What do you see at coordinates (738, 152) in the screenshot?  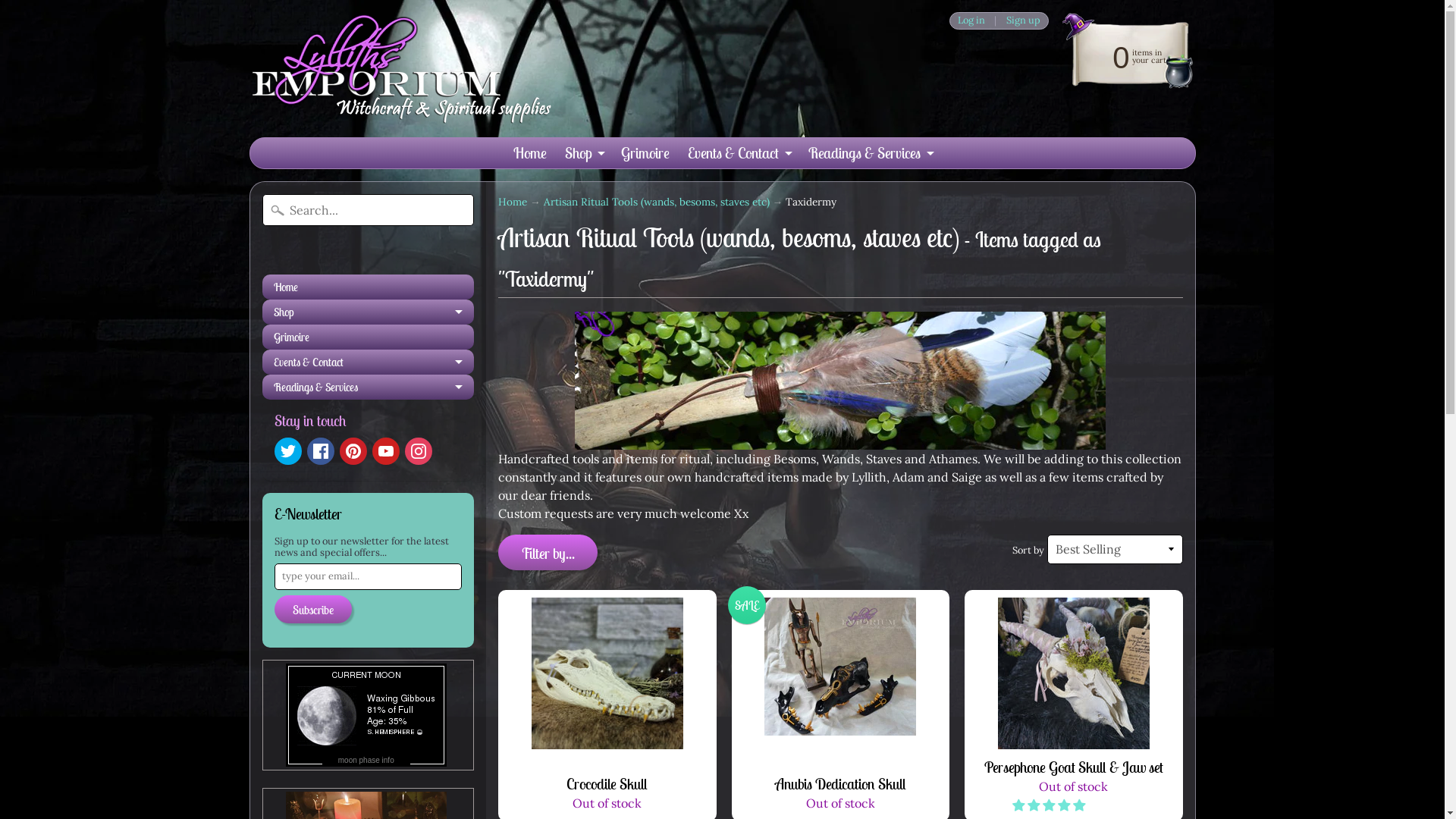 I see `'Events & Contact'` at bounding box center [738, 152].